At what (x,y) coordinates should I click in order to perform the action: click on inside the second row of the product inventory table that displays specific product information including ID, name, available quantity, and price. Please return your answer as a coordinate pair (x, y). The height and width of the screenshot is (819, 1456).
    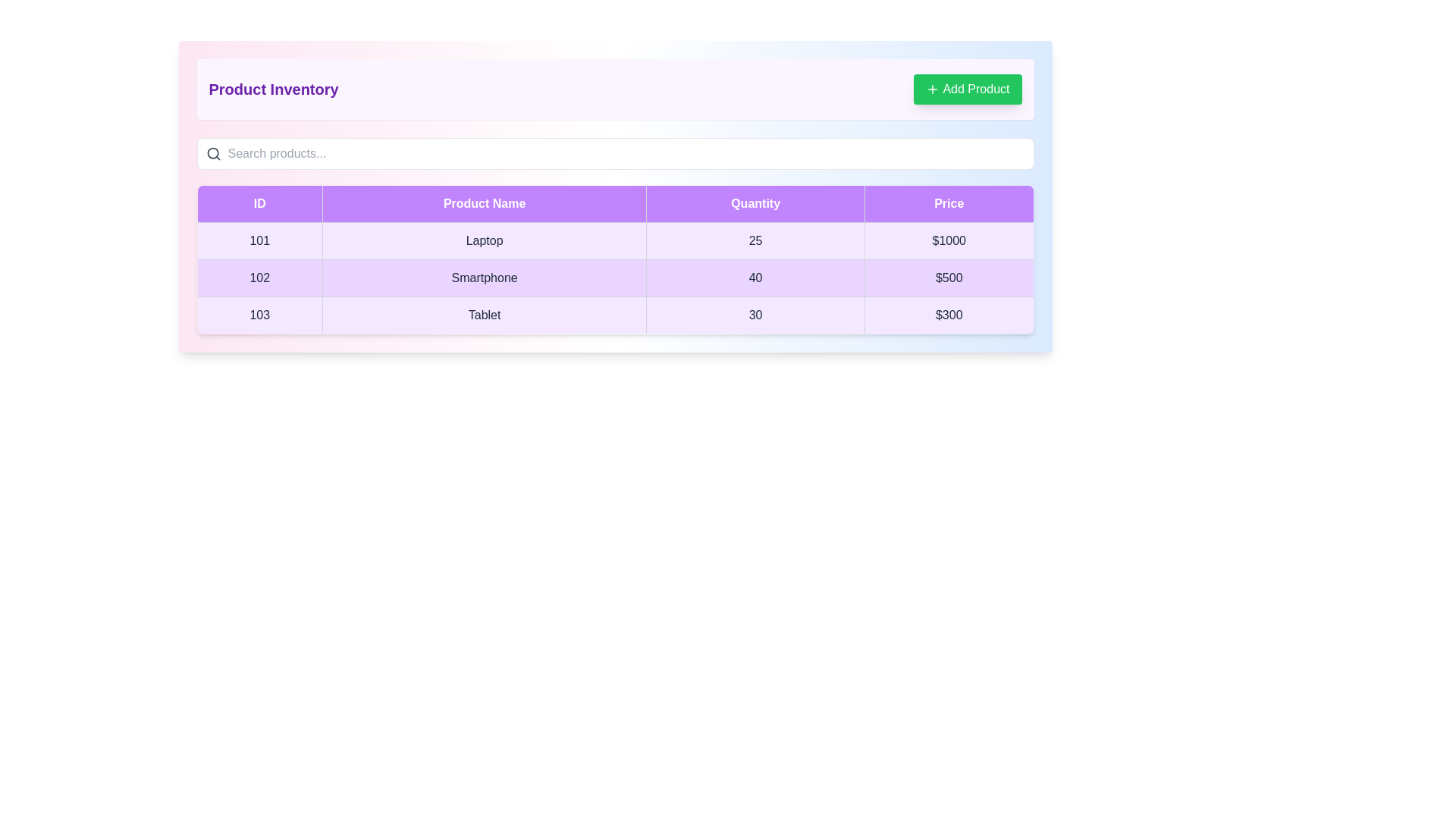
    Looking at the image, I should click on (615, 278).